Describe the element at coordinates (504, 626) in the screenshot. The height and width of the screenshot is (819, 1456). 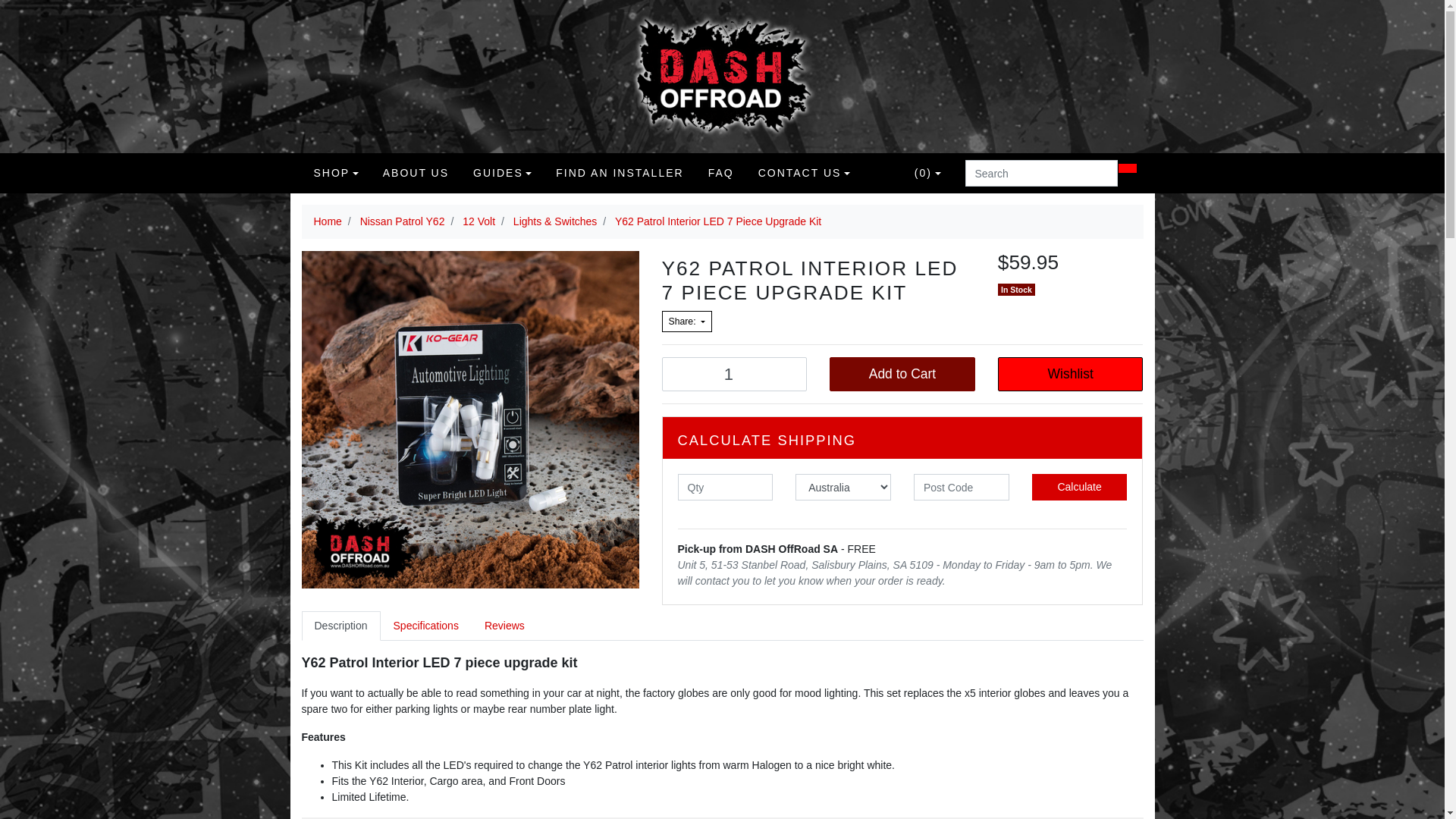
I see `'Reviews'` at that location.